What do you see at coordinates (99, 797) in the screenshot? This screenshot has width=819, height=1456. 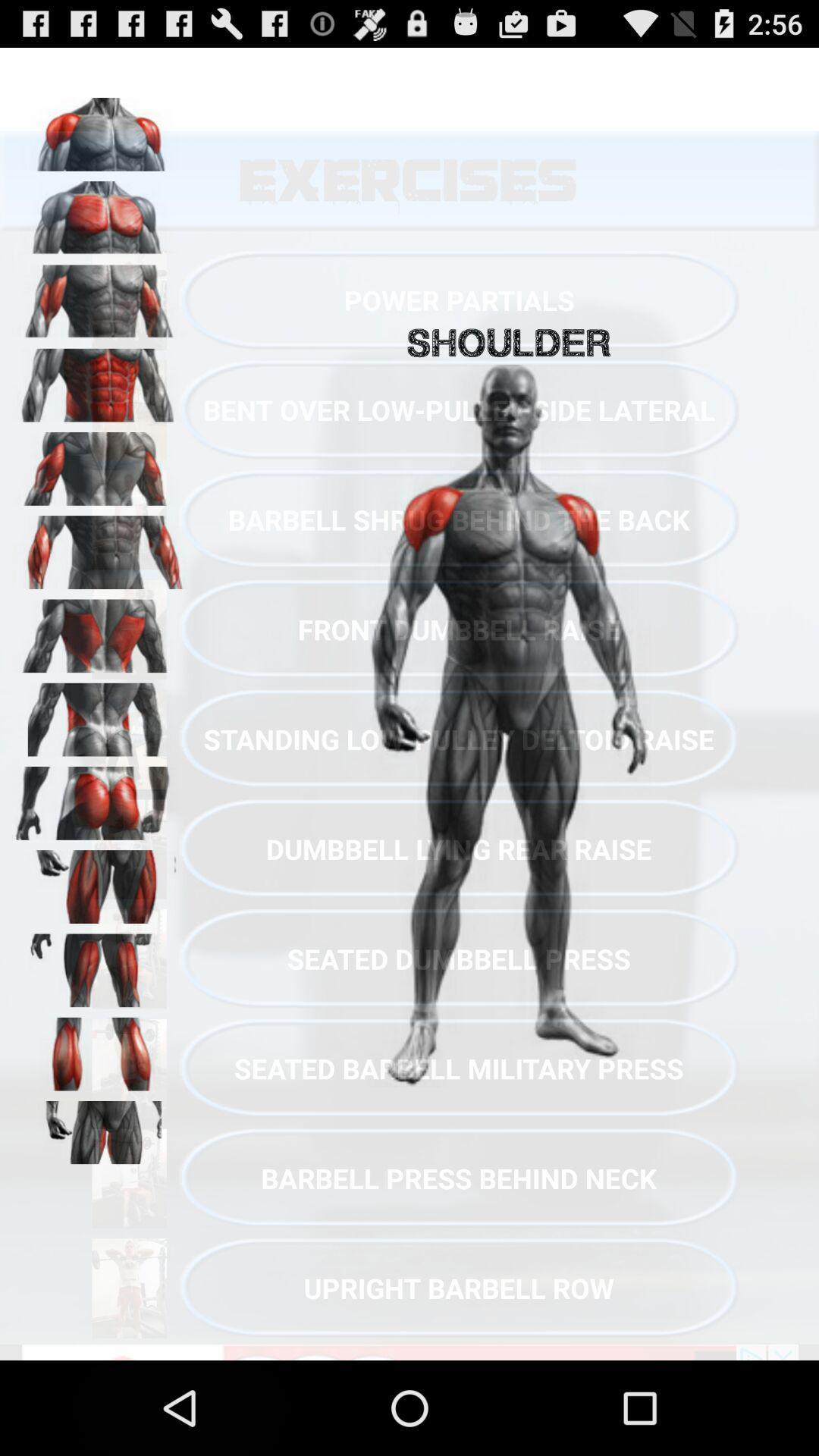 I see `choose exercises targeting butt` at bounding box center [99, 797].